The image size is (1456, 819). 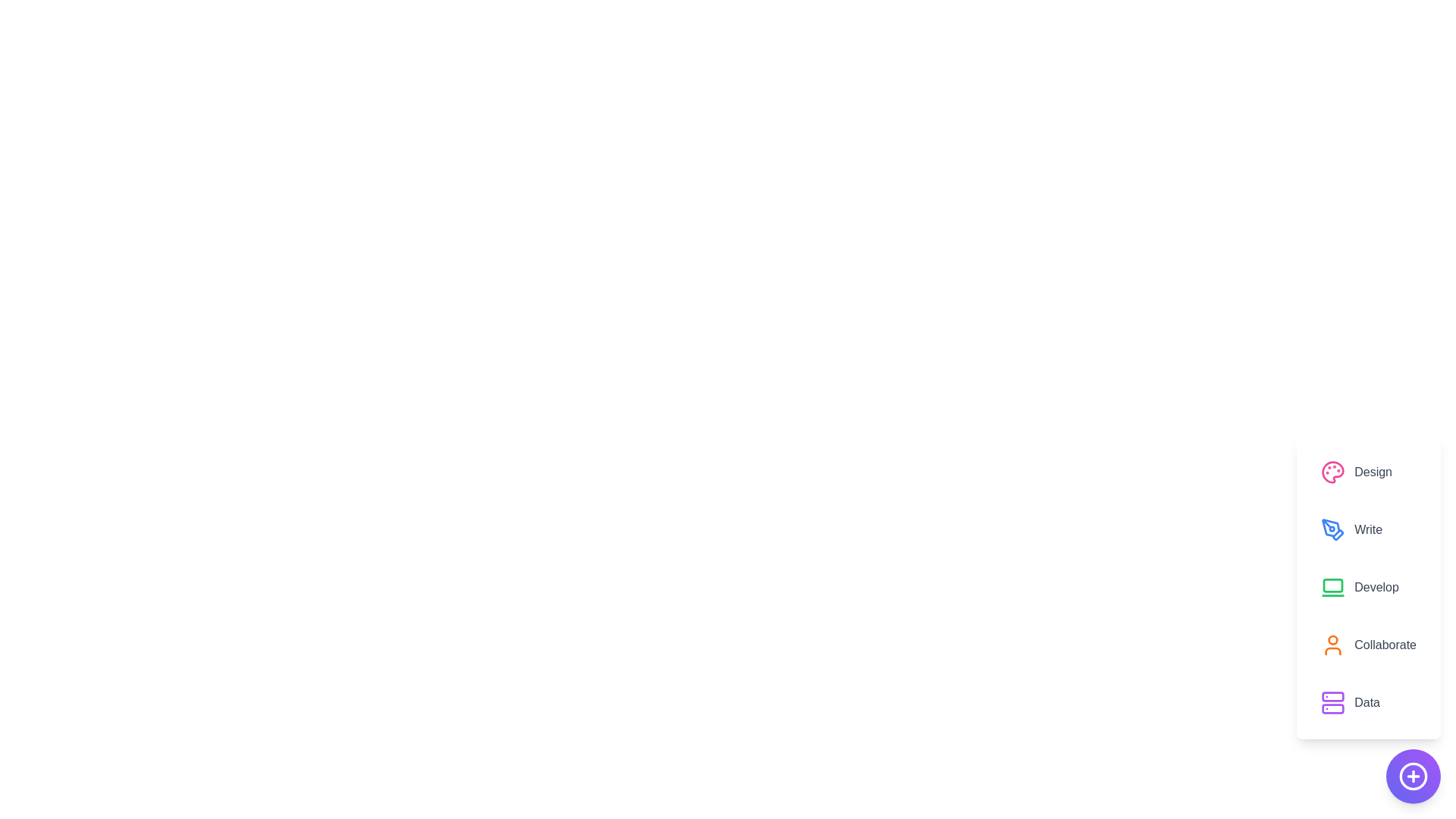 I want to click on the option Design from the displayed options, so click(x=1368, y=472).